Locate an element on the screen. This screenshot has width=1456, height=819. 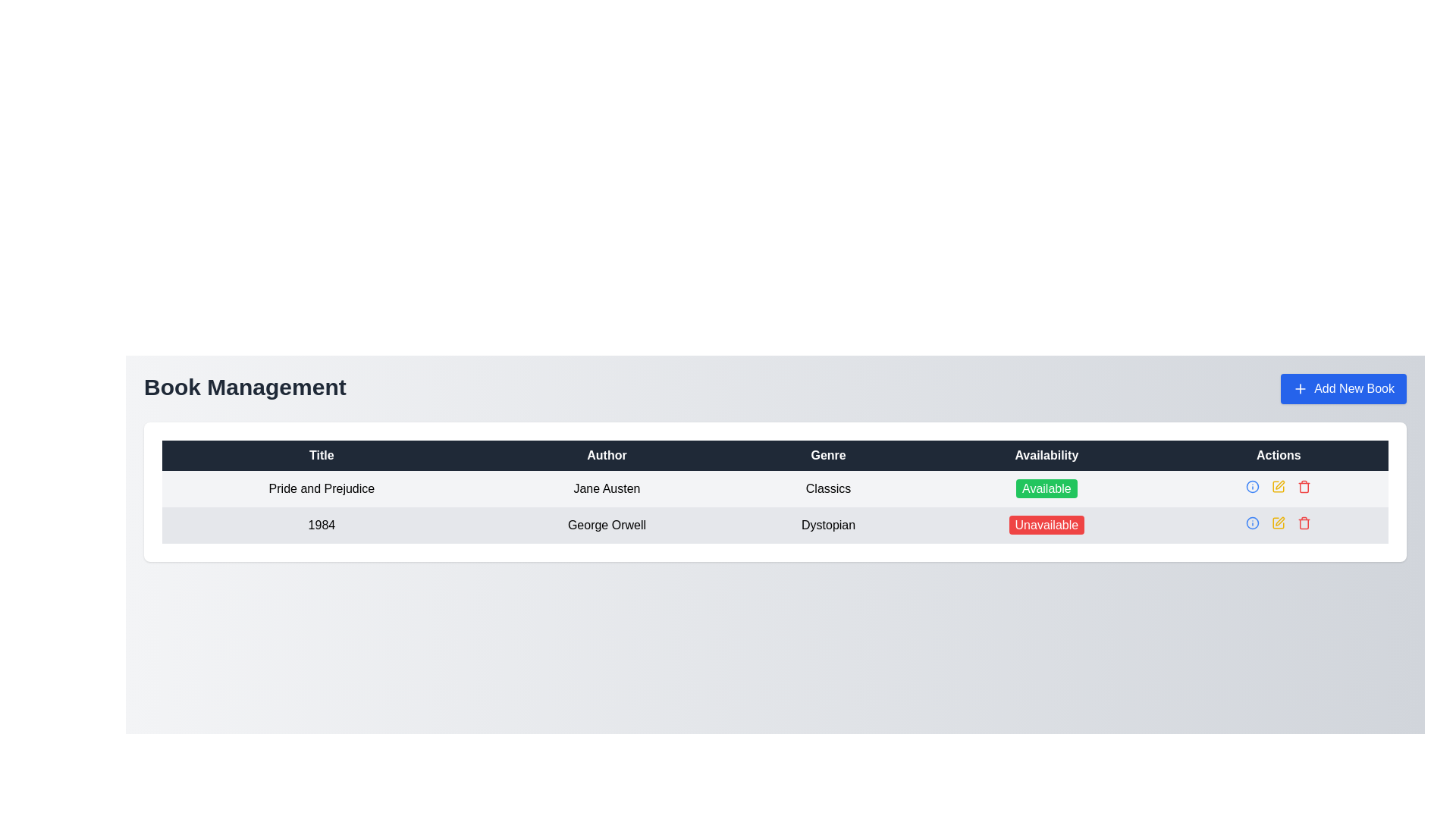
the yellow pencil icon with a dotted border in the 'Actions' column of the second row to initiate editing for the item '1984' is located at coordinates (1278, 486).